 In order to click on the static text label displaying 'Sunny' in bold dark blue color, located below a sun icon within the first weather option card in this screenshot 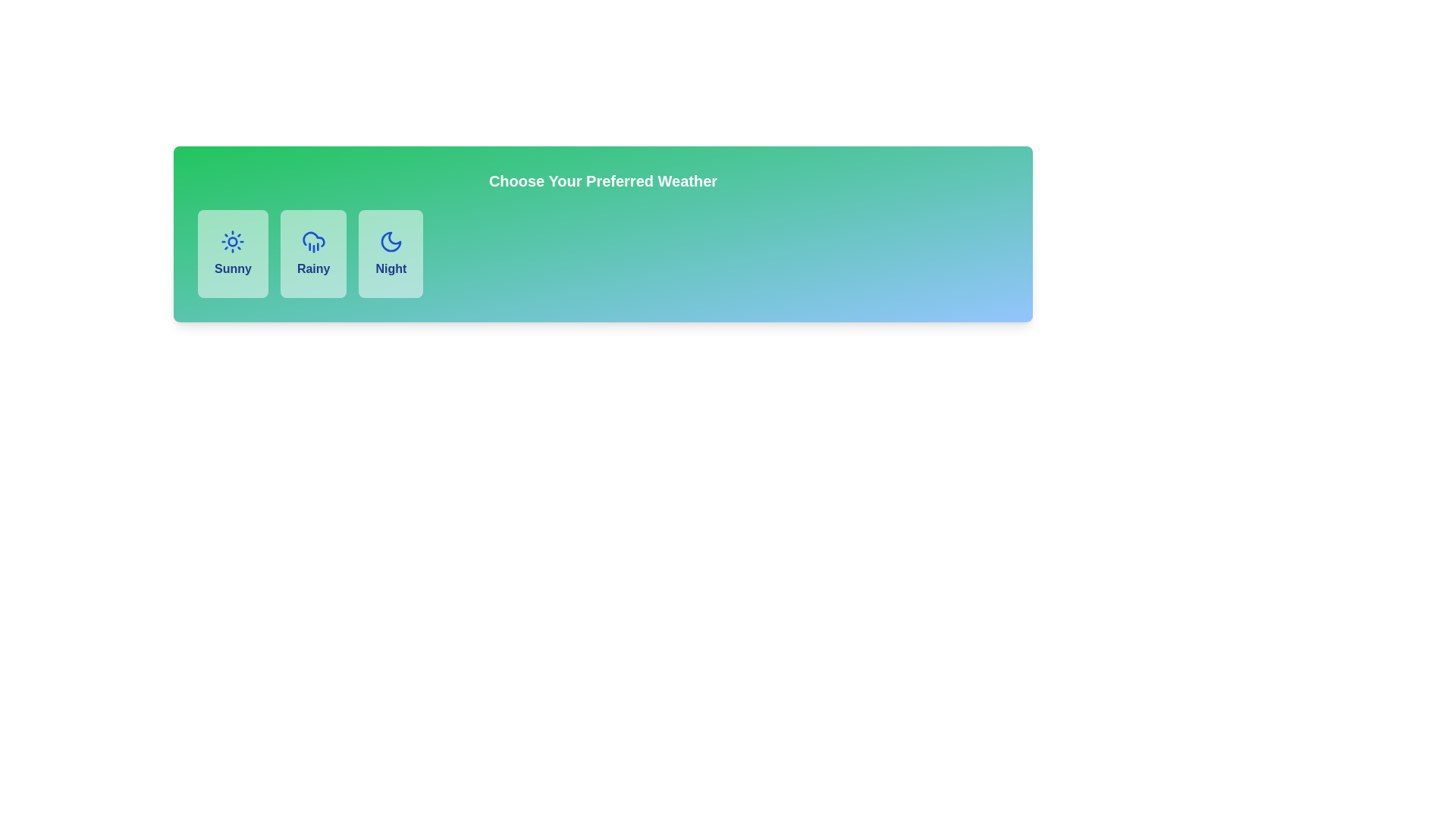, I will do `click(232, 268)`.